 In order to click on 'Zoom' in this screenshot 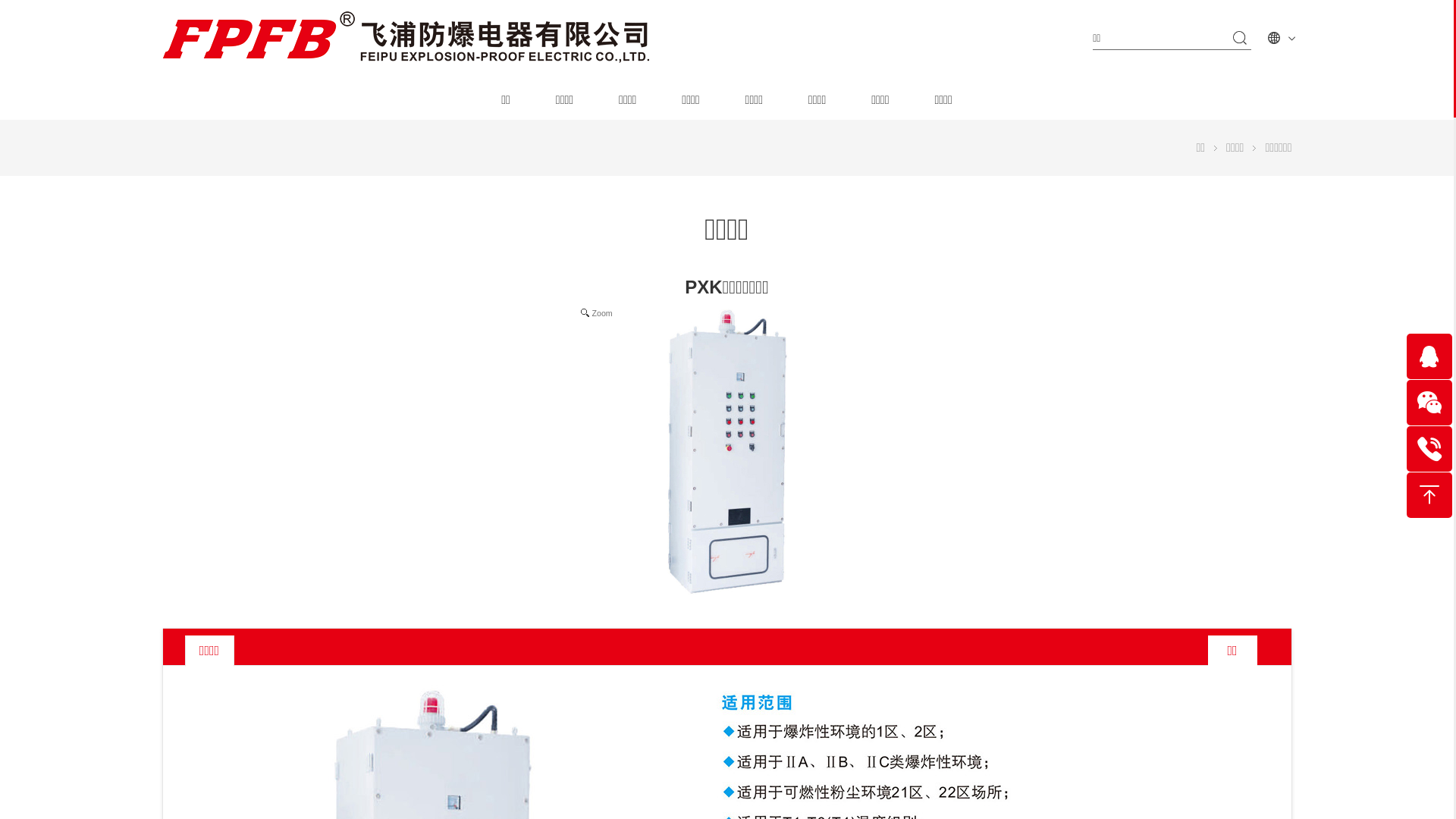, I will do `click(726, 452)`.